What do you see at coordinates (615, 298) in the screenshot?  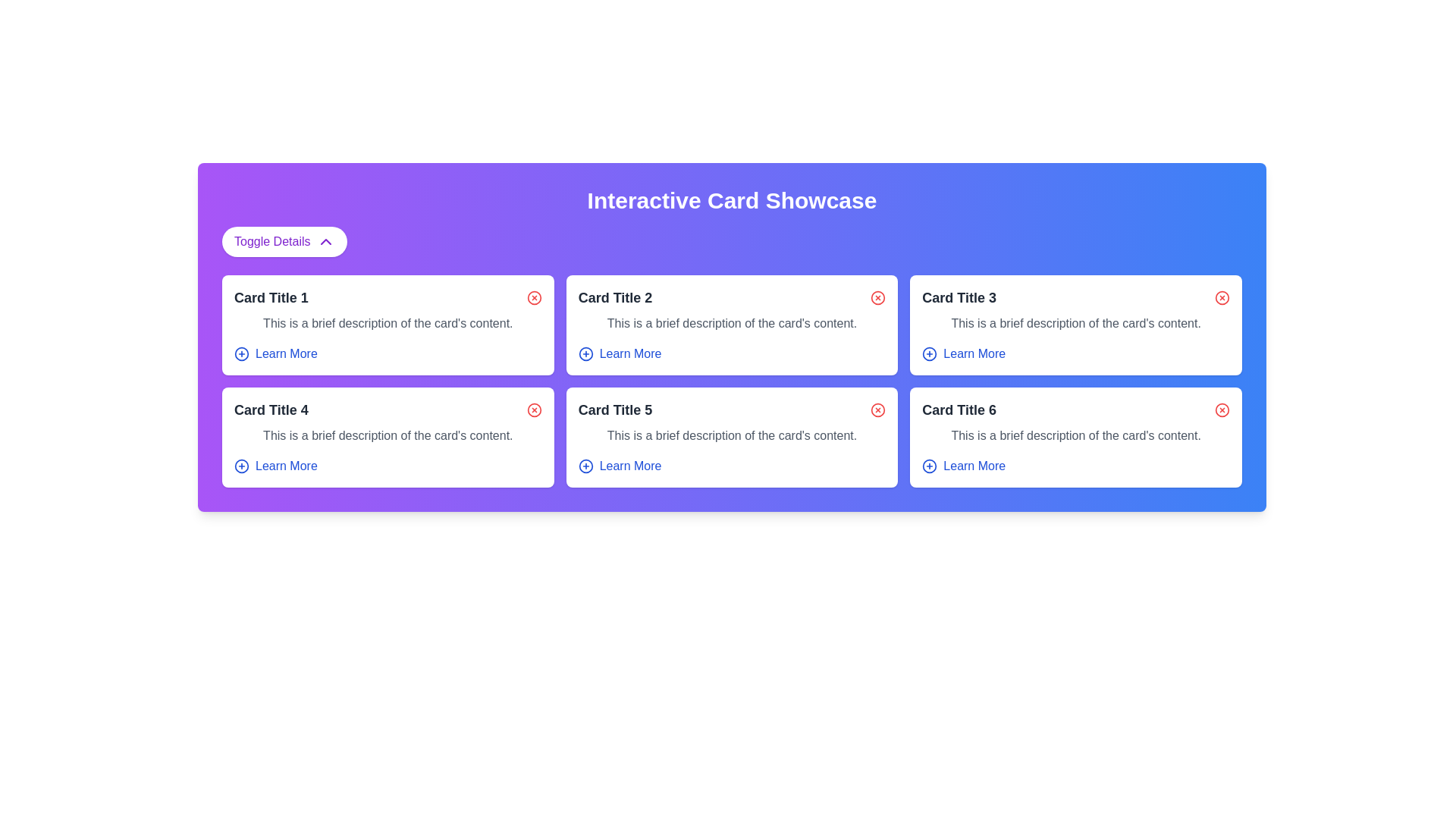 I see `the text heading that reads 'Card Title 2', which is the leftmost text in the top-right card of the grid layout` at bounding box center [615, 298].